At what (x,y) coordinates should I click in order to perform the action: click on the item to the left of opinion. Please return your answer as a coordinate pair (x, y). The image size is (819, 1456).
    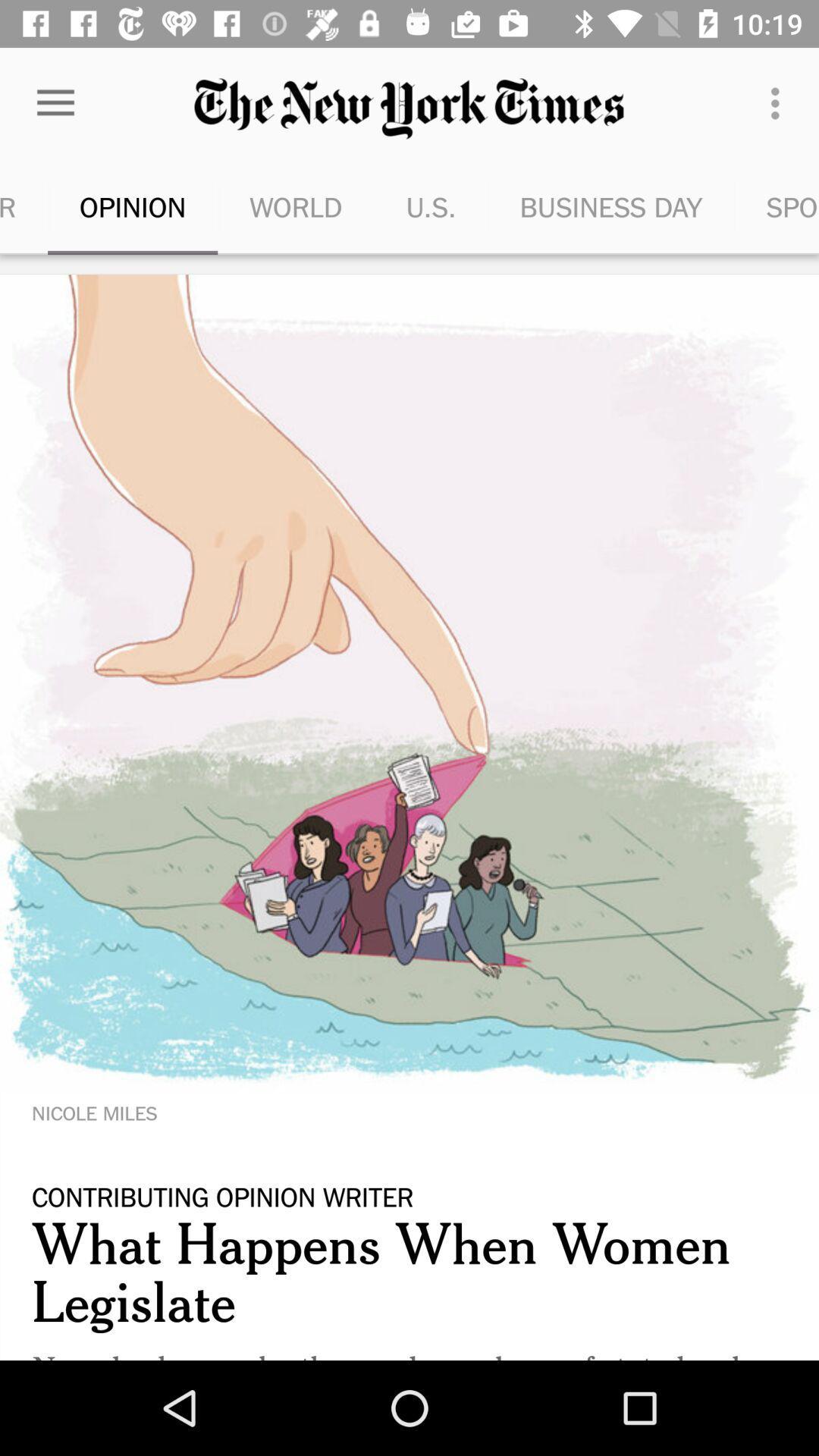
    Looking at the image, I should click on (24, 206).